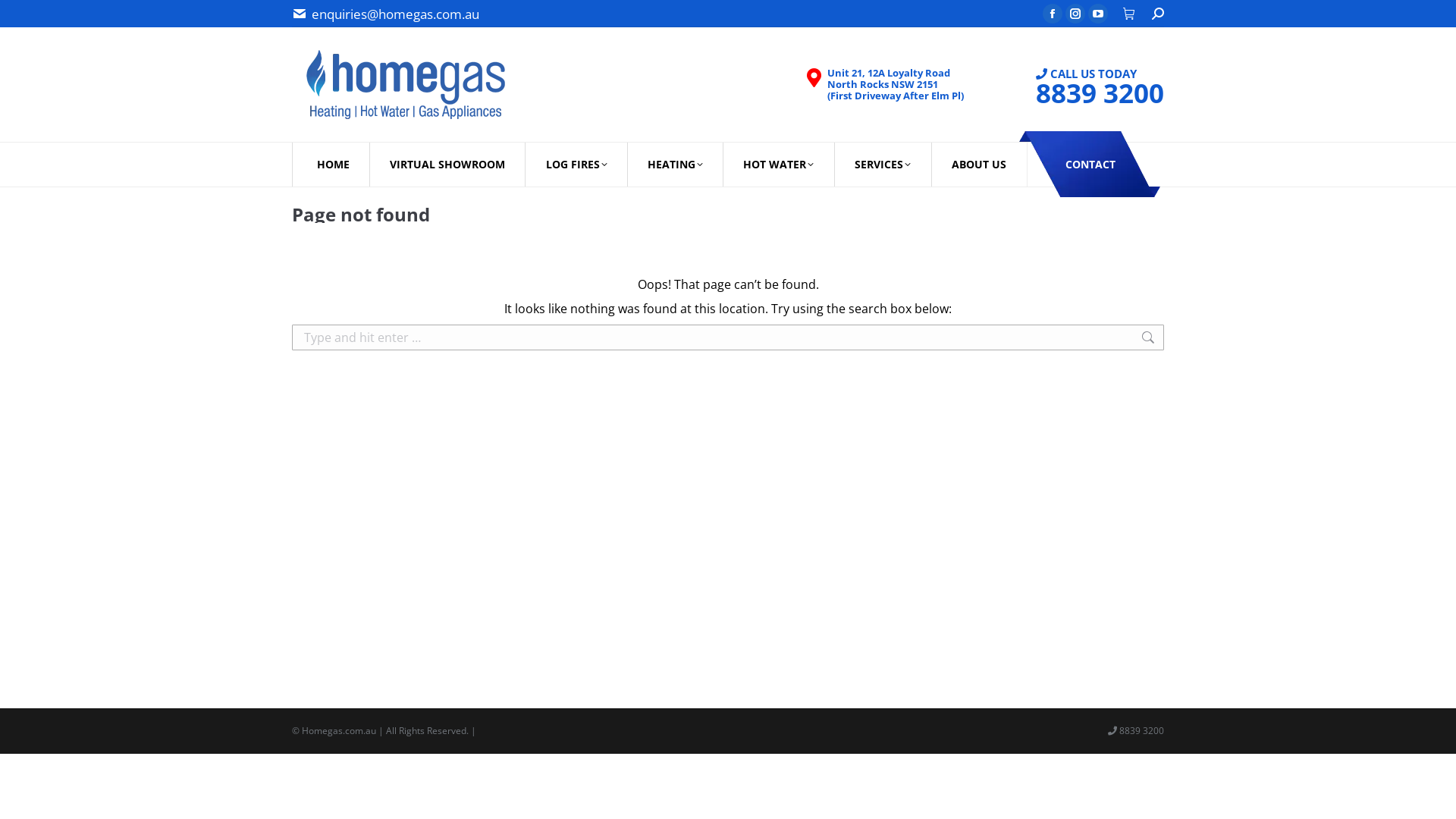 This screenshot has width=1456, height=819. What do you see at coordinates (331, 164) in the screenshot?
I see `'HOME'` at bounding box center [331, 164].